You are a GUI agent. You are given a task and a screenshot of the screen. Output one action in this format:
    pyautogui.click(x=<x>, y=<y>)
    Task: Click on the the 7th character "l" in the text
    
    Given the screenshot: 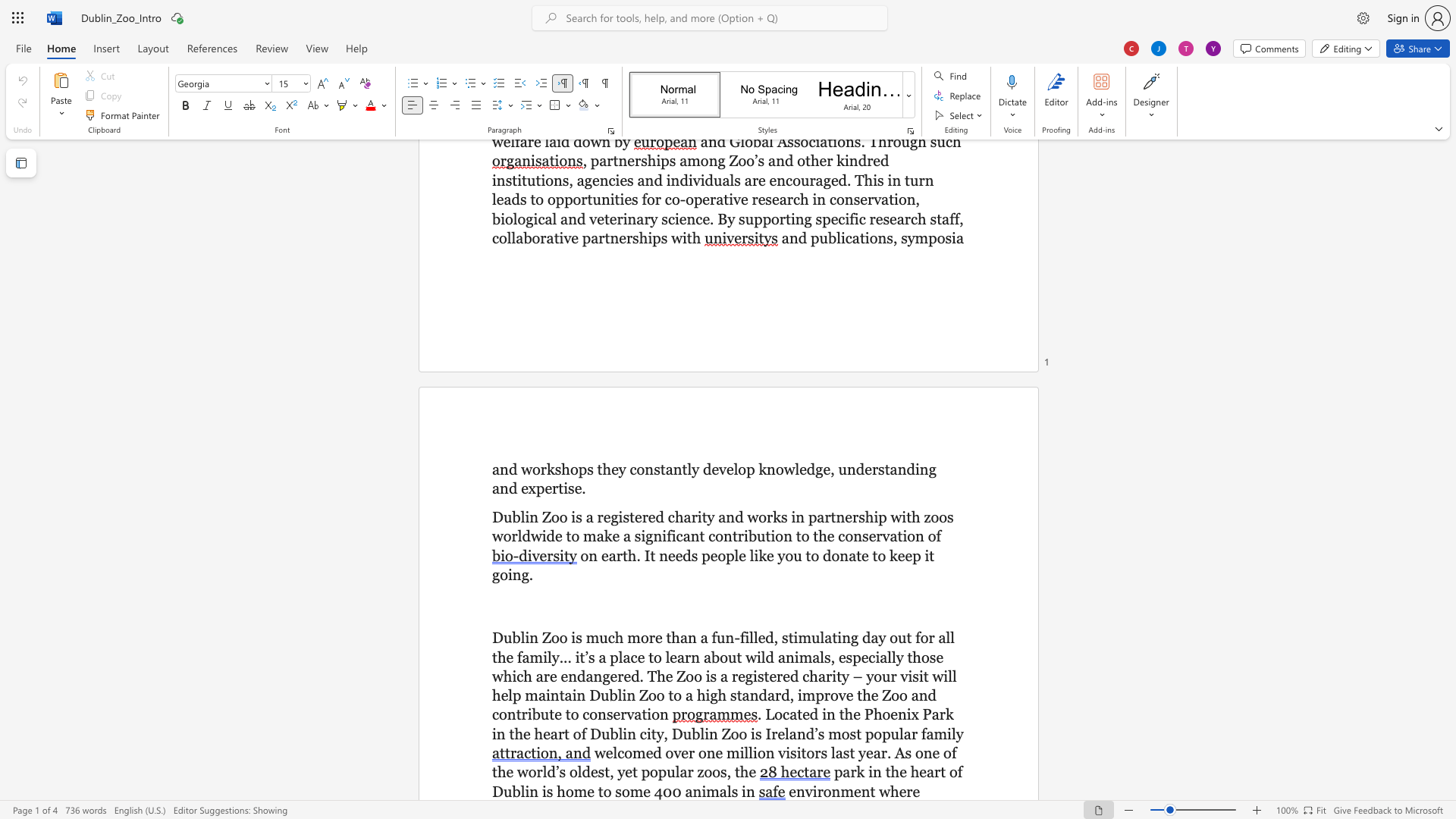 What is the action you would take?
    pyautogui.click(x=949, y=675)
    